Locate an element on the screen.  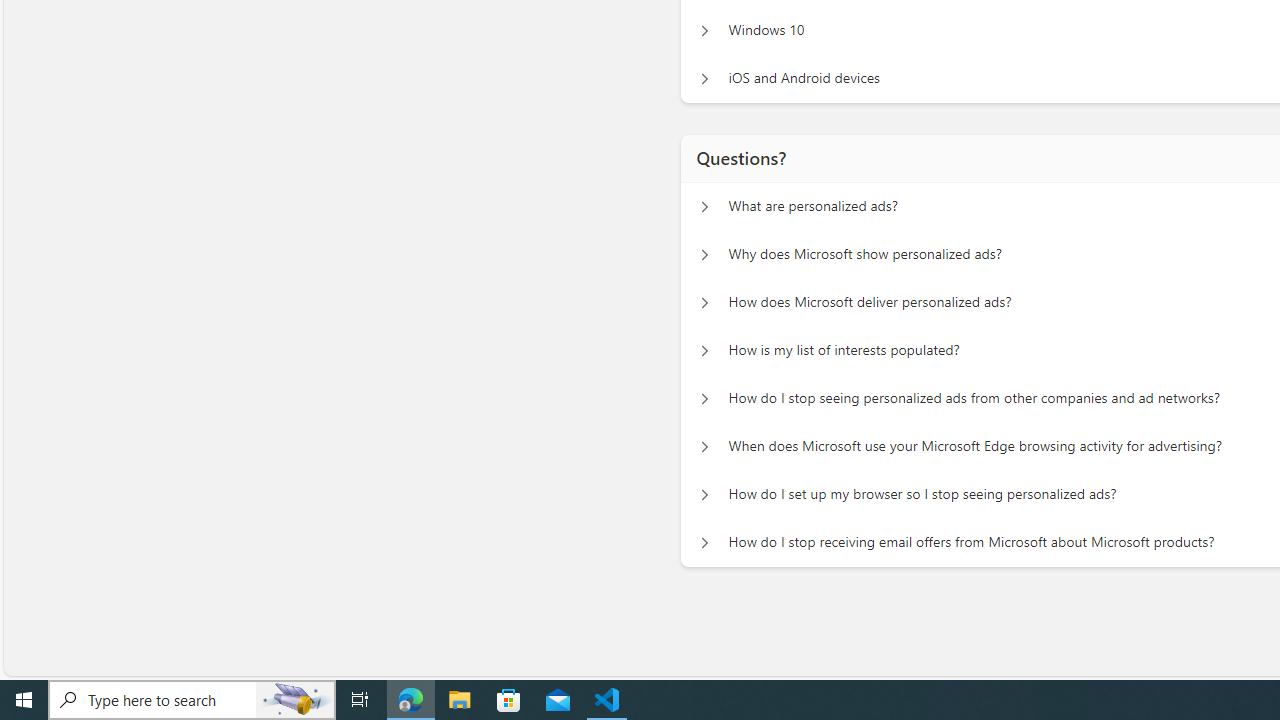
'Questions? How is my list of interests populated?' is located at coordinates (704, 350).